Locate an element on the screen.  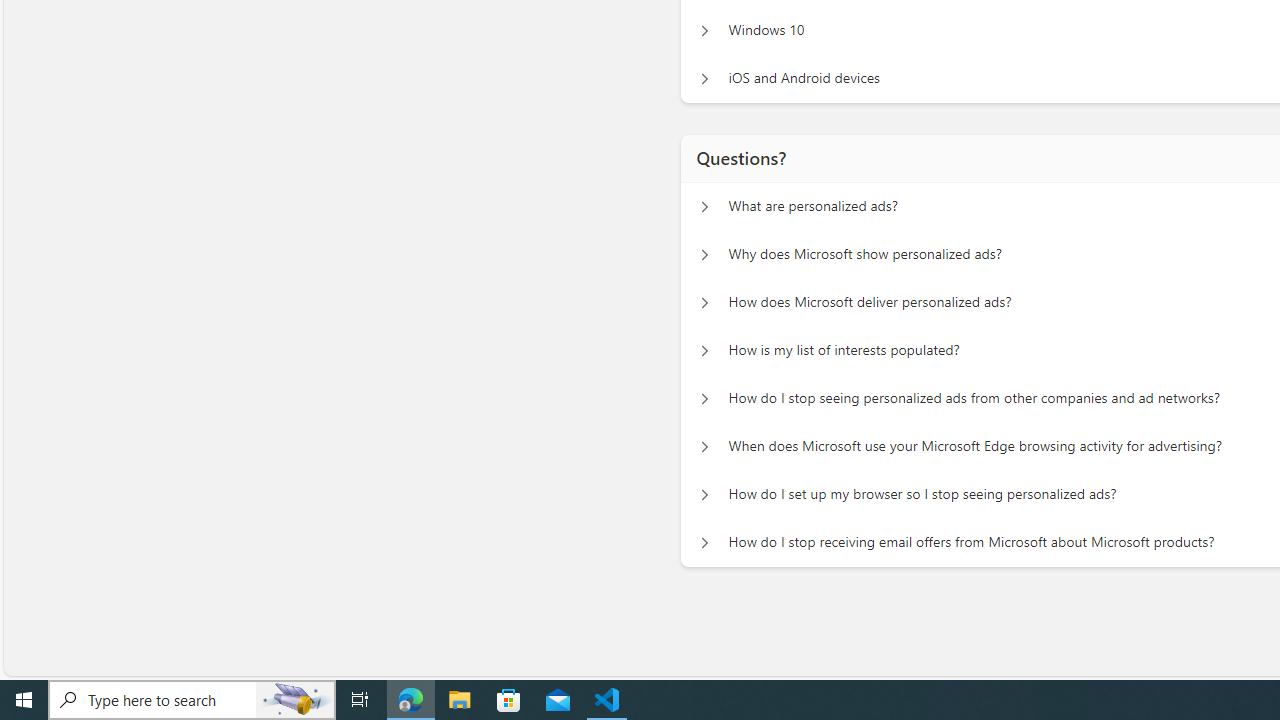
'Questions? How is my list of interests populated?' is located at coordinates (704, 350).